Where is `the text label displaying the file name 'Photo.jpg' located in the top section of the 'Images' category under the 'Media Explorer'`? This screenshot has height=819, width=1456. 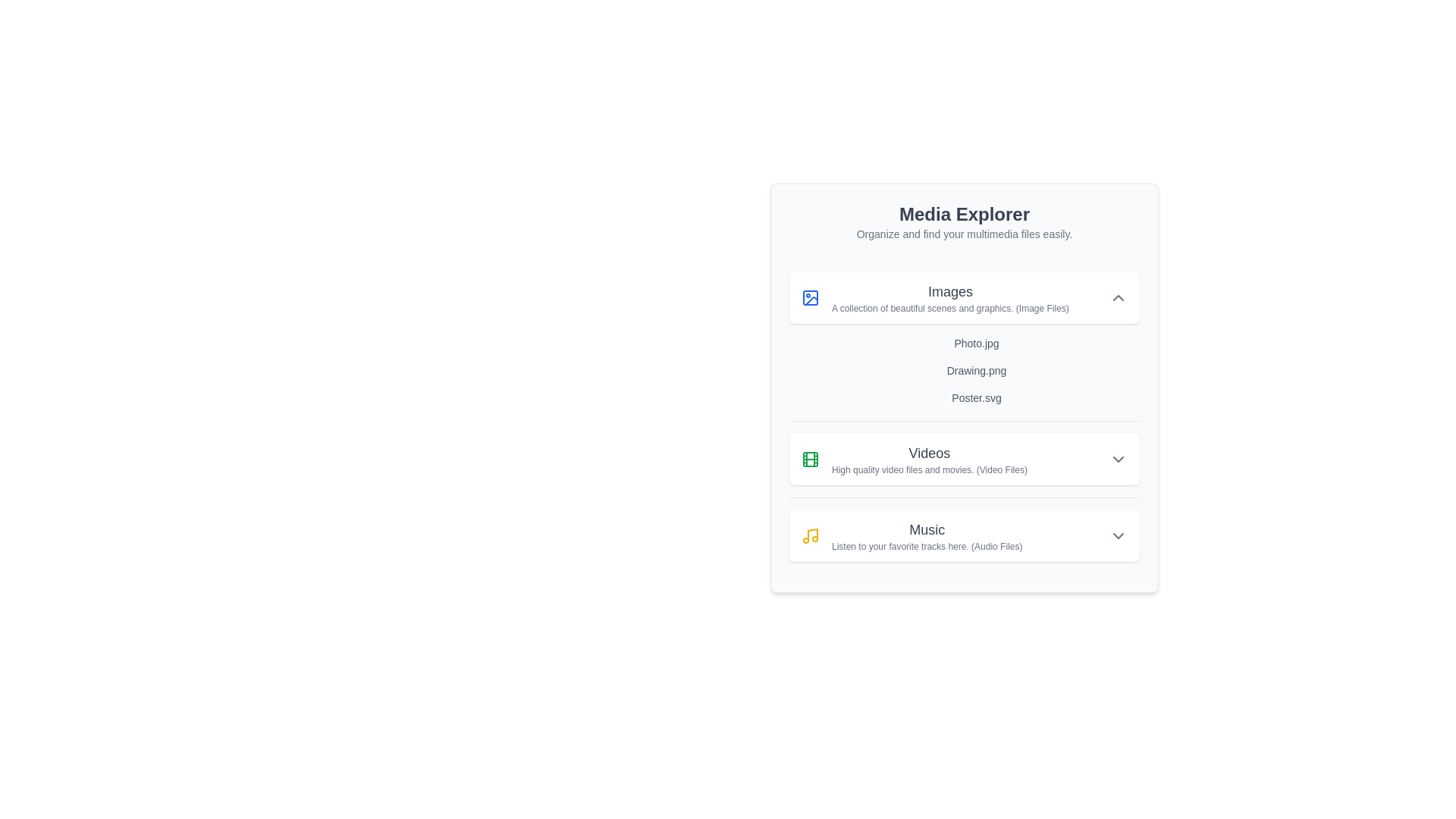
the text label displaying the file name 'Photo.jpg' located in the top section of the 'Images' category under the 'Media Explorer' is located at coordinates (976, 343).